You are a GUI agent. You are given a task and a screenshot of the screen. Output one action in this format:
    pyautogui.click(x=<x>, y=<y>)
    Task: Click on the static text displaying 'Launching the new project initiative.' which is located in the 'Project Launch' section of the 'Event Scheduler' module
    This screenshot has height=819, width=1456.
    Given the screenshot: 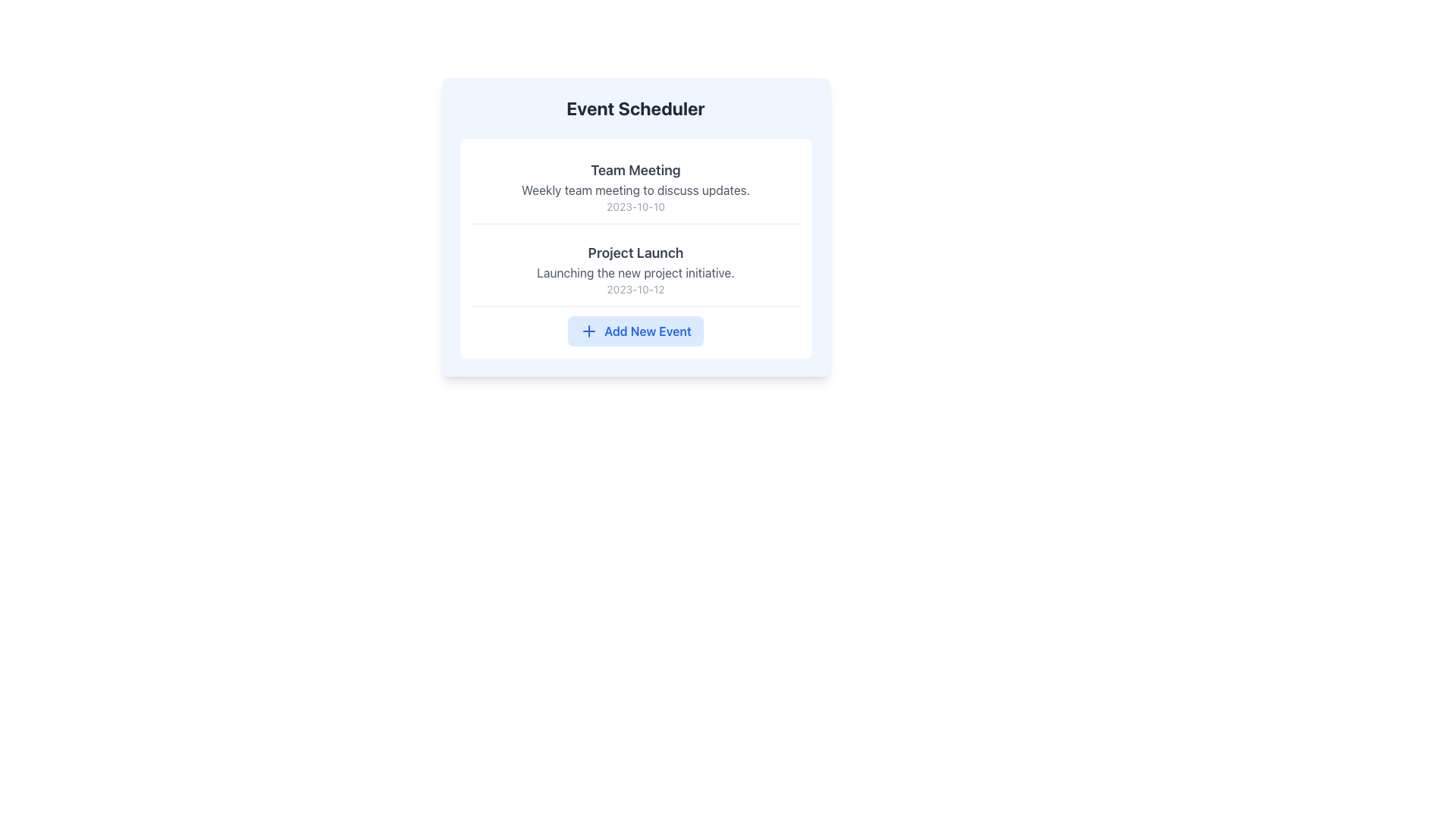 What is the action you would take?
    pyautogui.click(x=635, y=271)
    